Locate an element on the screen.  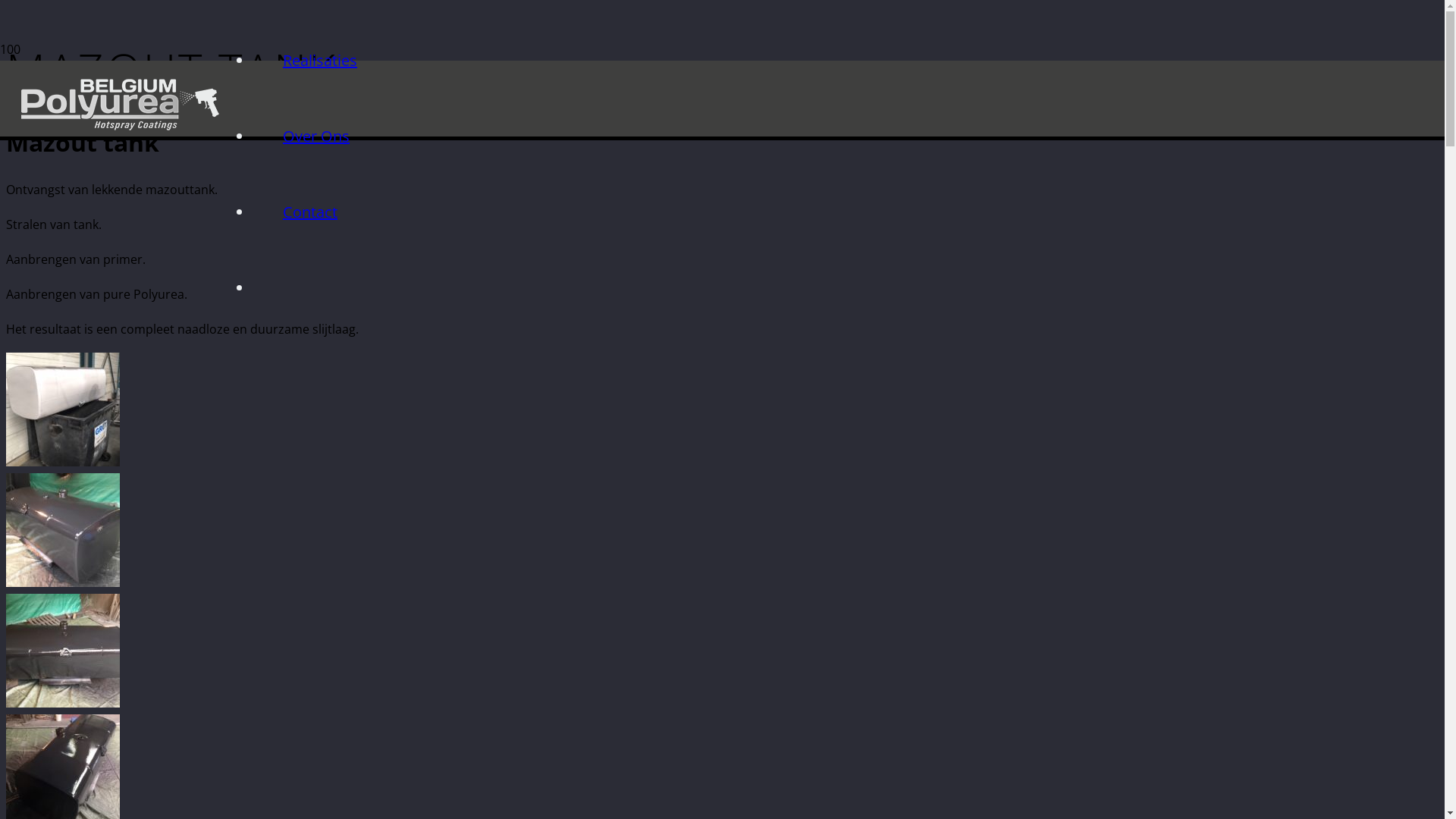
'Over Ons' is located at coordinates (315, 135).